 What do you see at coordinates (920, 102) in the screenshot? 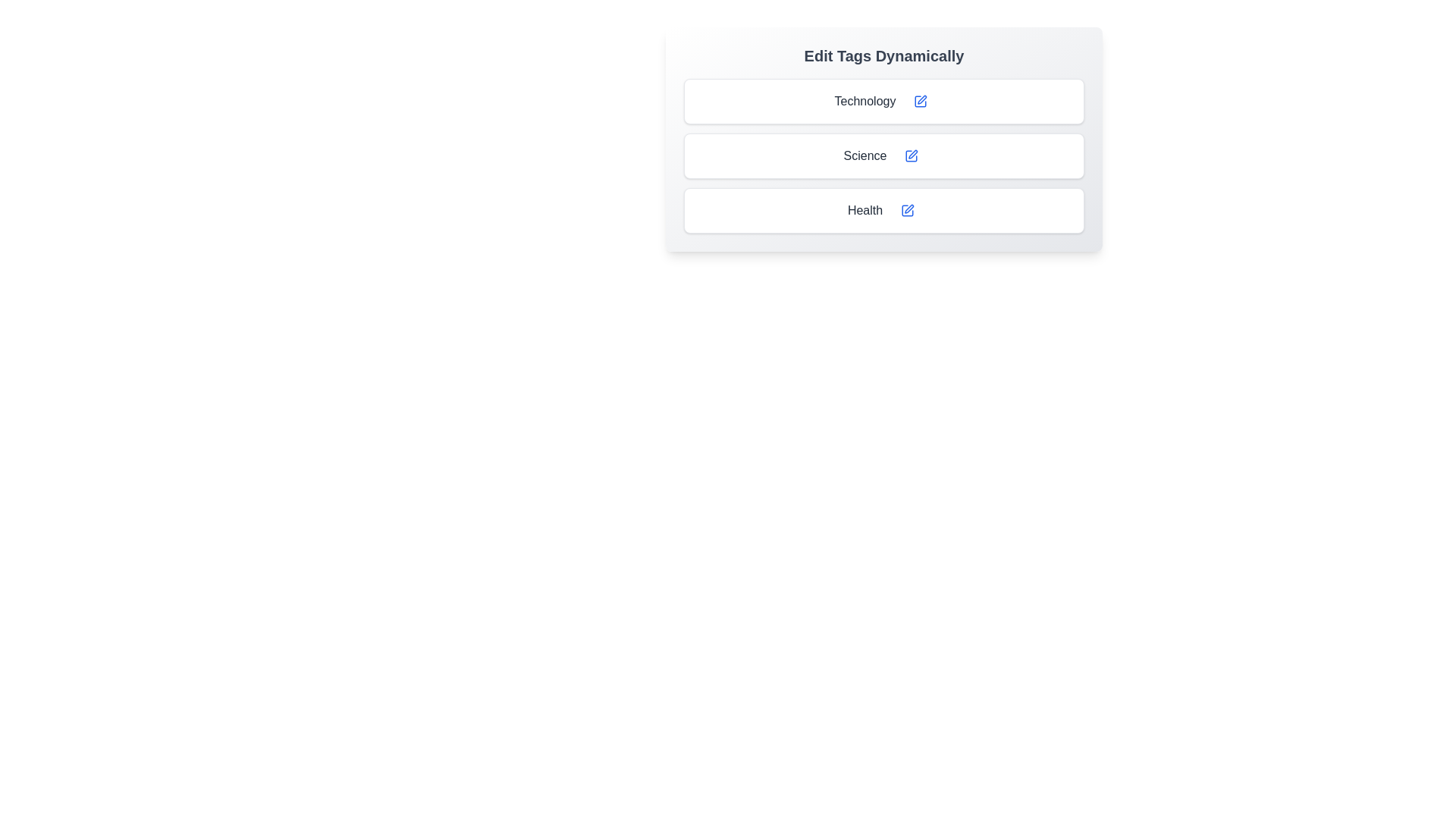
I see `the edit icon next to the Technology tag` at bounding box center [920, 102].